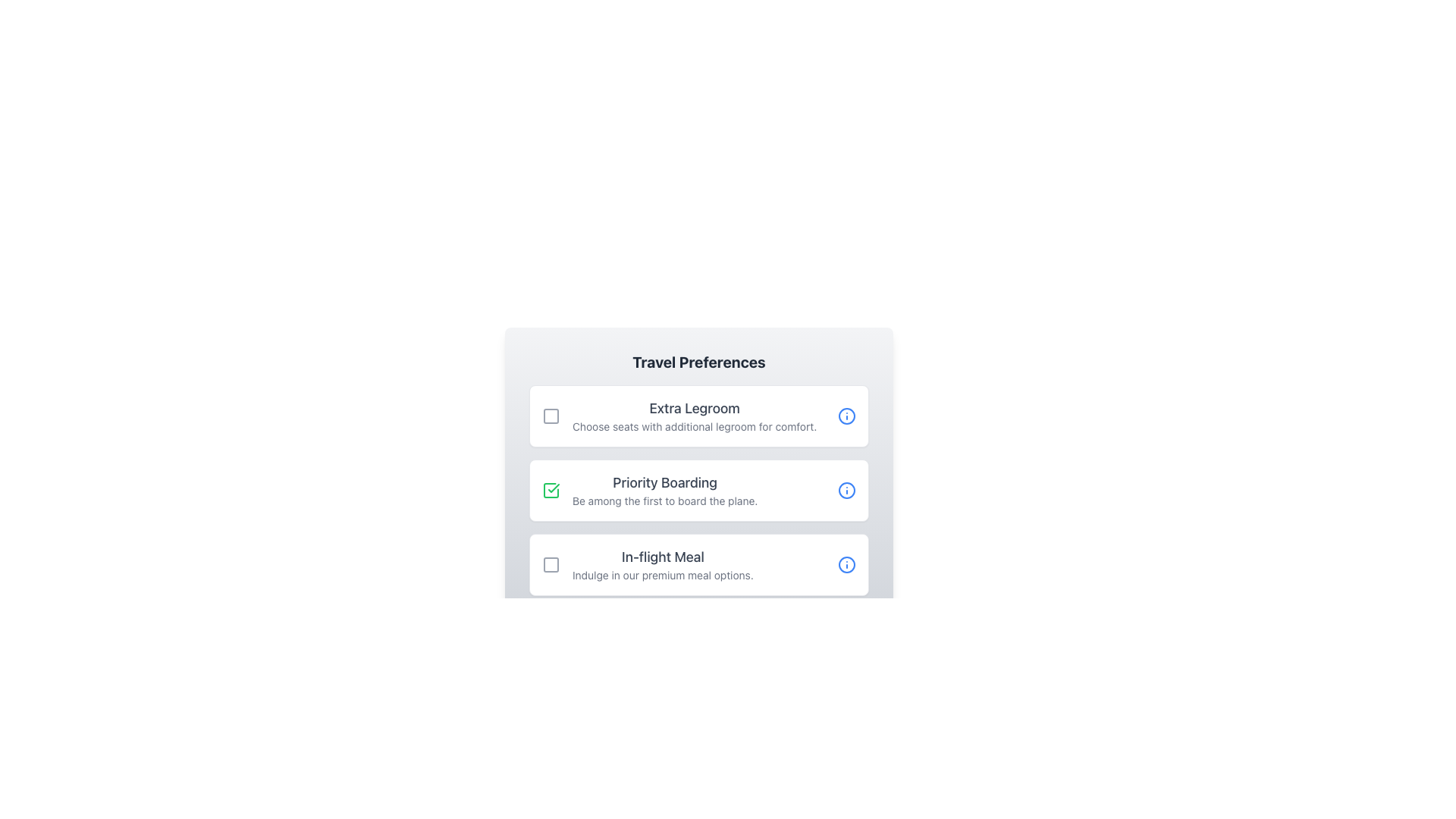 This screenshot has width=1456, height=819. Describe the element at coordinates (663, 557) in the screenshot. I see `the 'In-flight Meal' text label, which is styled with a large medium-weight gray font on a white background, located between 'Priority Boarding' and 'Indulge in our premium meal options.'` at that location.